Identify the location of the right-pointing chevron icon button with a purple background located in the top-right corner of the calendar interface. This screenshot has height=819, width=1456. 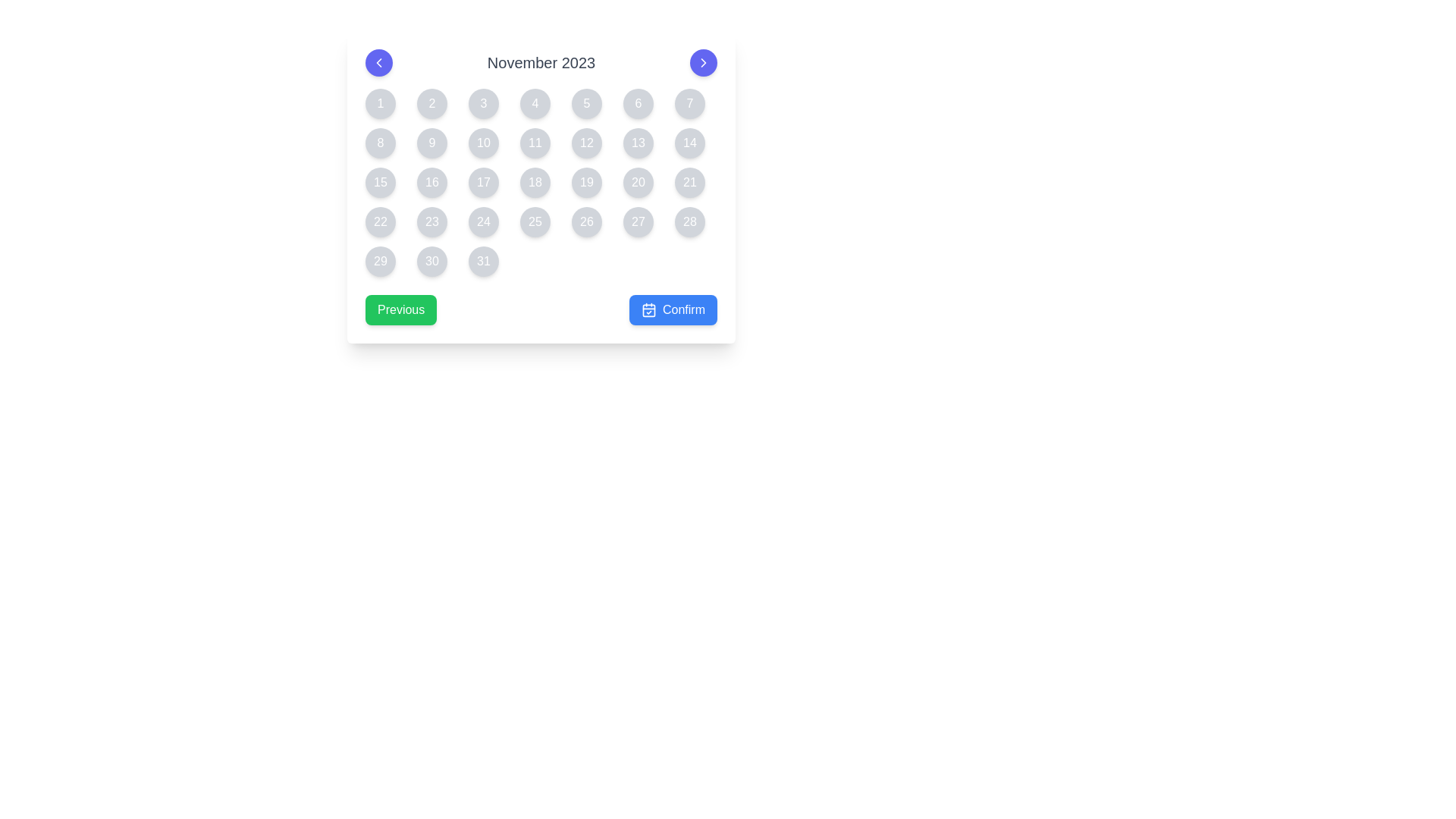
(702, 62).